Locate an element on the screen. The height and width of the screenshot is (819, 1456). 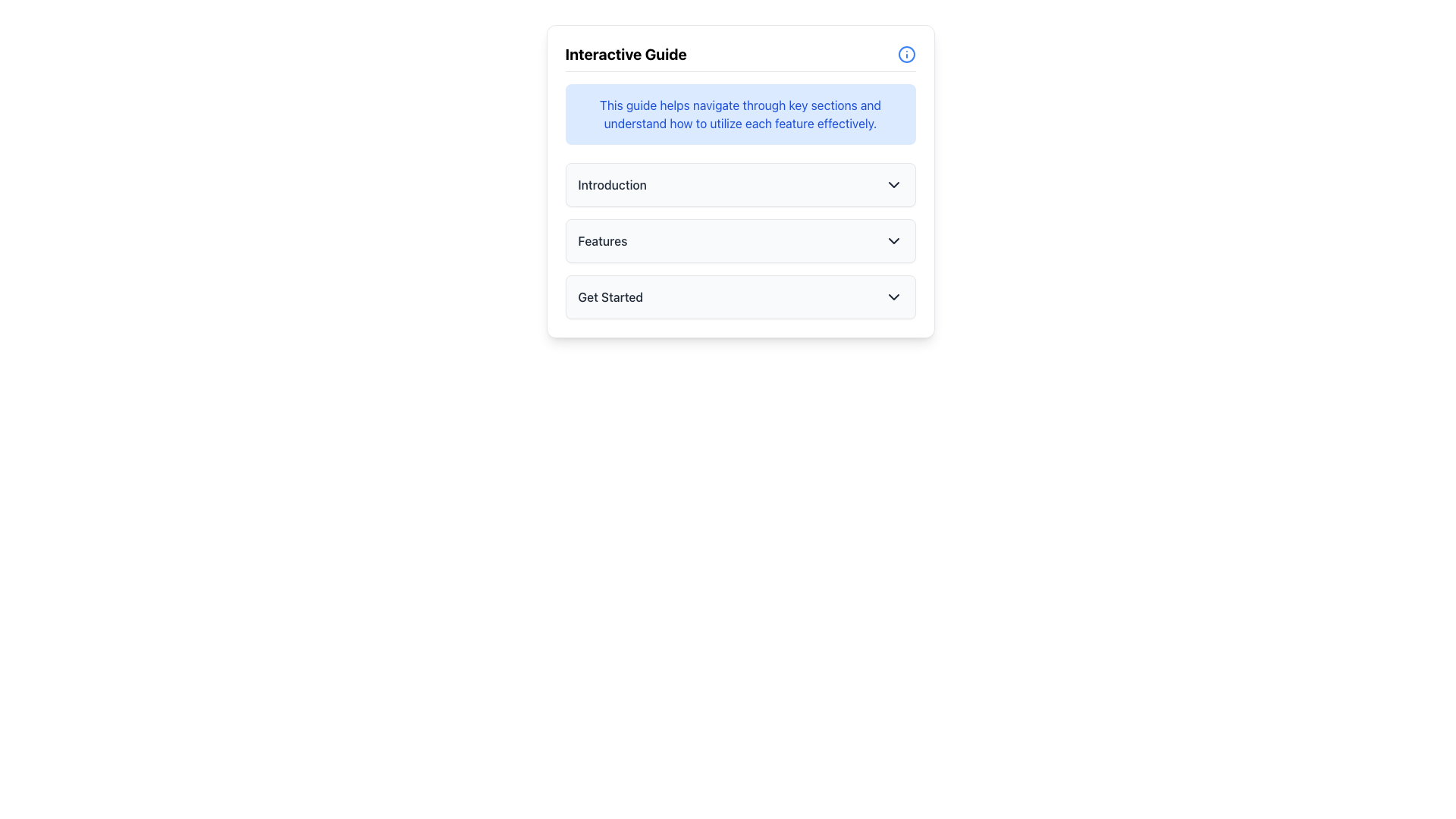
the informational icon with a blue border located in the top-right corner of the 'Interactive Guide' card is located at coordinates (906, 54).